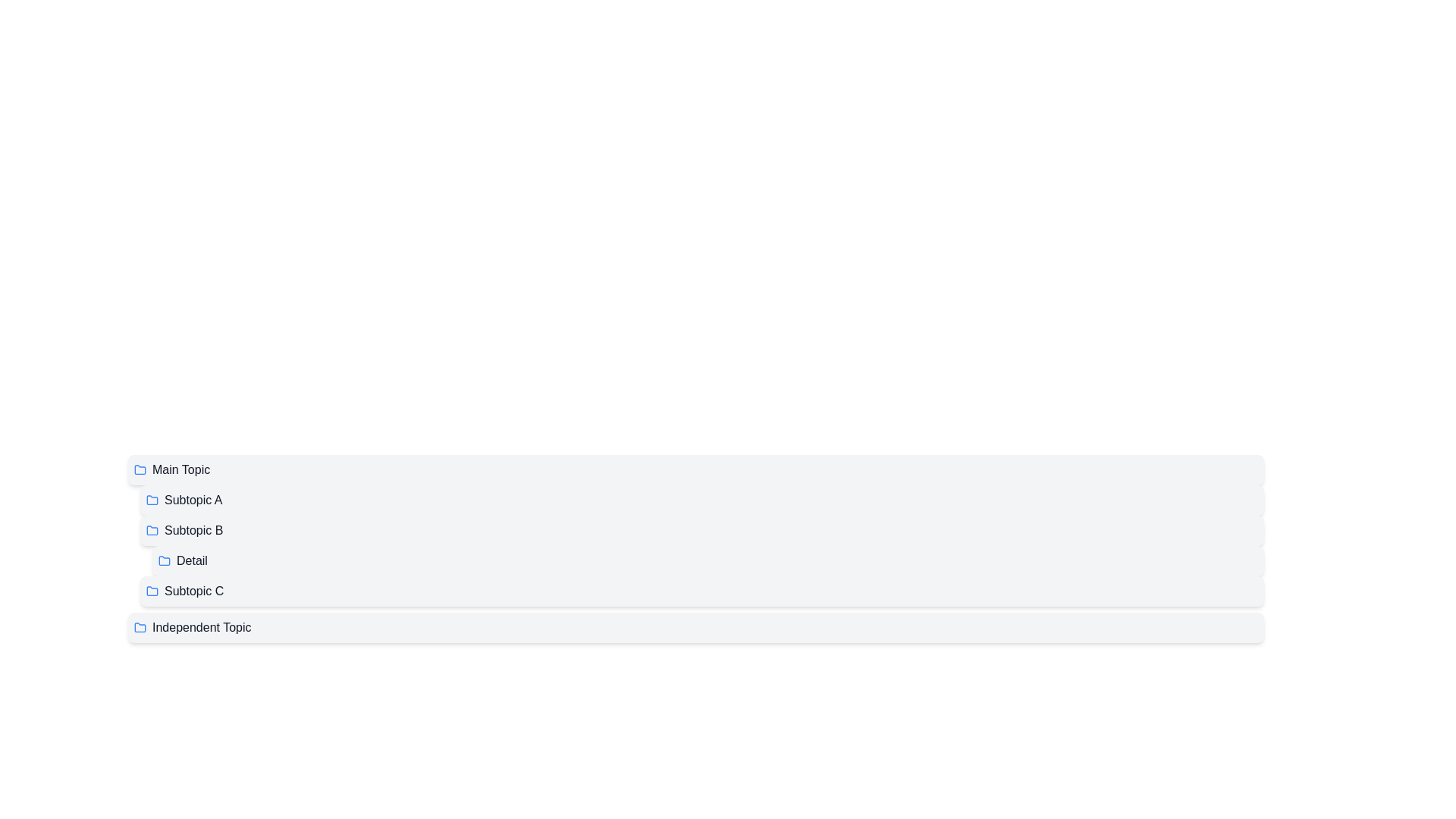 The width and height of the screenshot is (1456, 819). What do you see at coordinates (193, 529) in the screenshot?
I see `the text label displaying 'Subtopic B', which is aligned next to a blue folder icon in the horizontal row of the third item under 'Main Topic'` at bounding box center [193, 529].